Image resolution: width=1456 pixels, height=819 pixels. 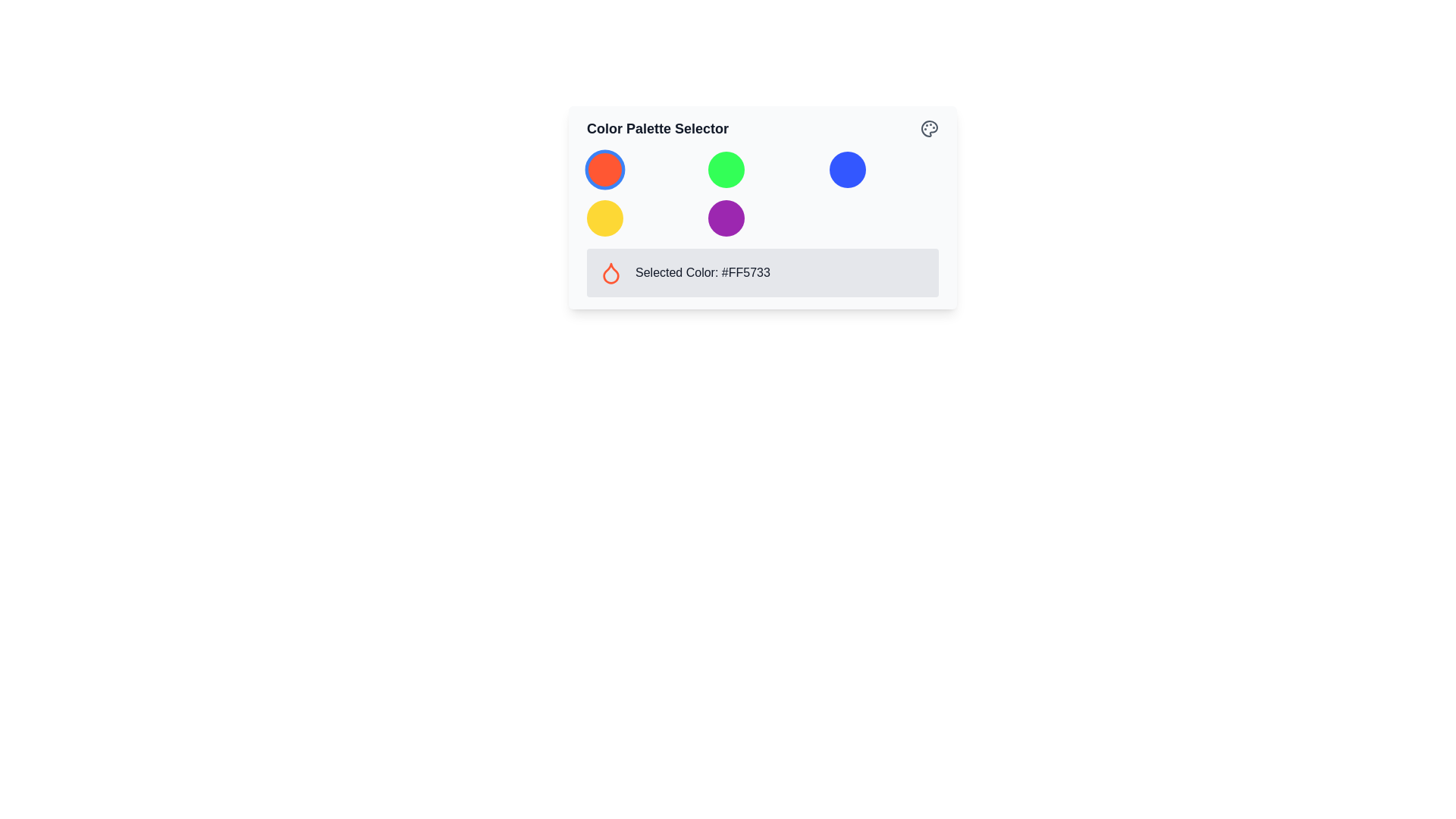 I want to click on the palette-shaped icon with a circular outline and small dots inside, located at the rightmost position under the 'Color Palette Selector' section, so click(x=928, y=127).